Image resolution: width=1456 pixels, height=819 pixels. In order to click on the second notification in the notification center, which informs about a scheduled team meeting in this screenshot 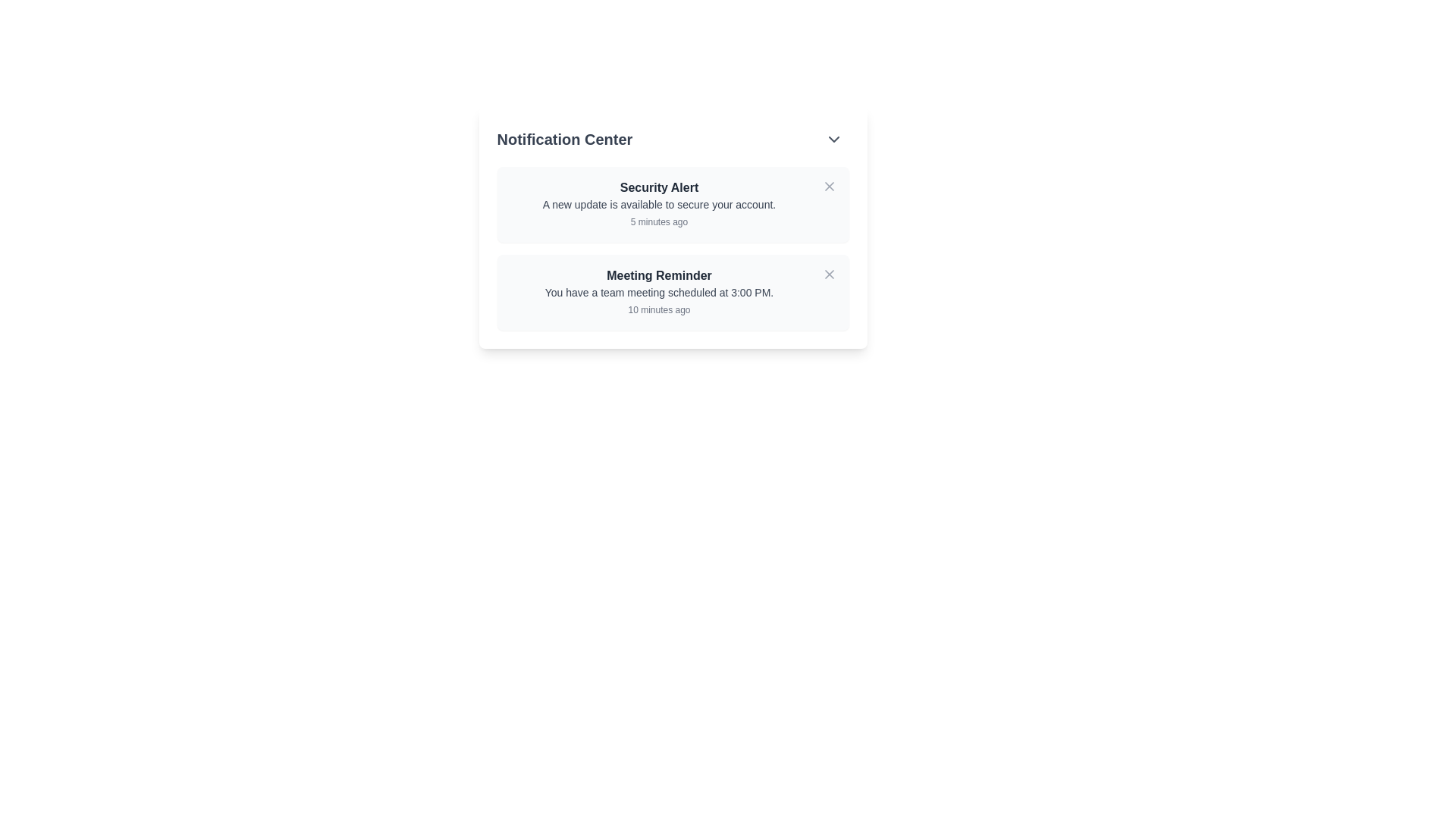, I will do `click(659, 292)`.